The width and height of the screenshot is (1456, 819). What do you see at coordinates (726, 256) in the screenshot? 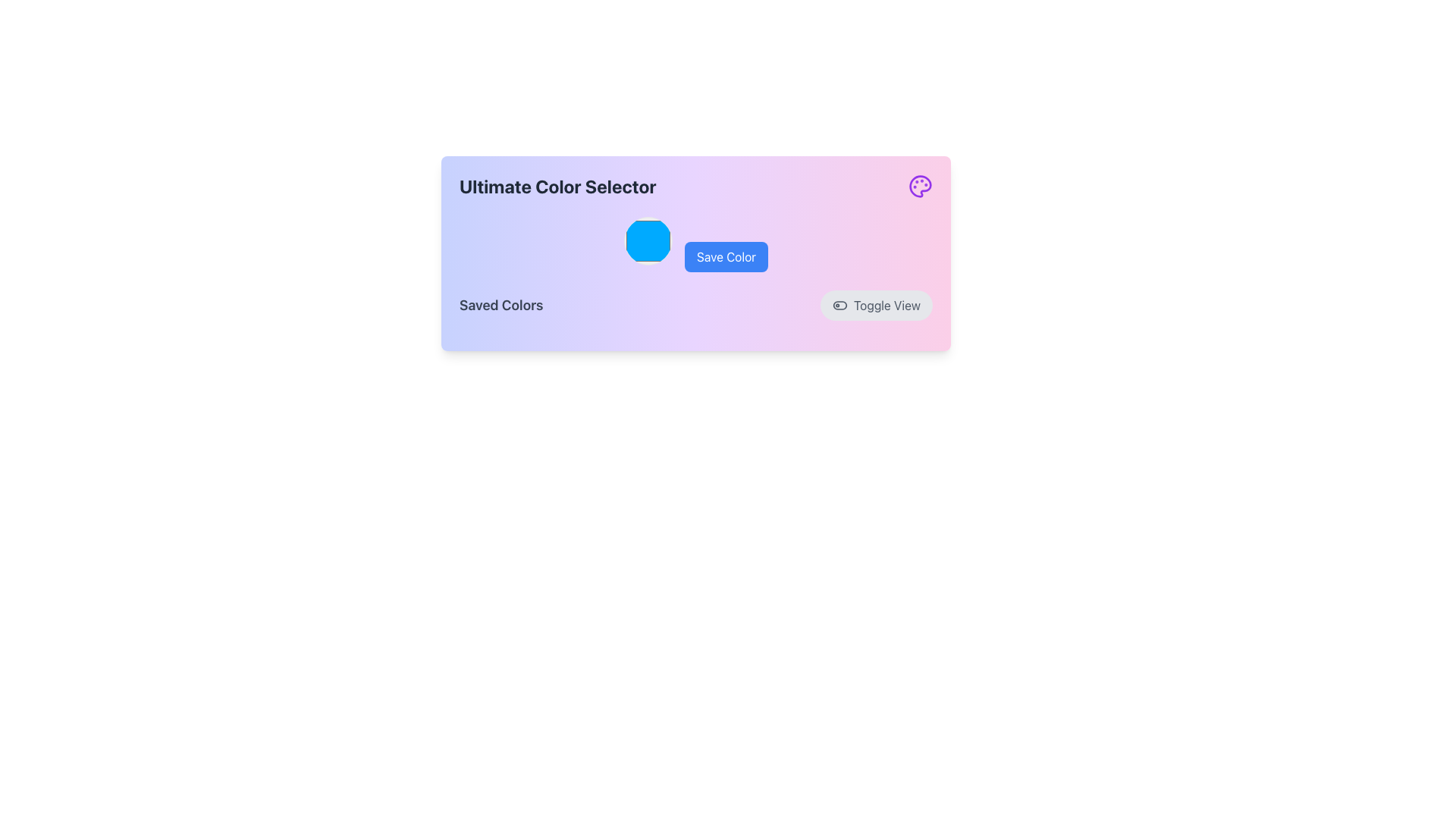
I see `the button located to the right of the circular color selector` at bounding box center [726, 256].